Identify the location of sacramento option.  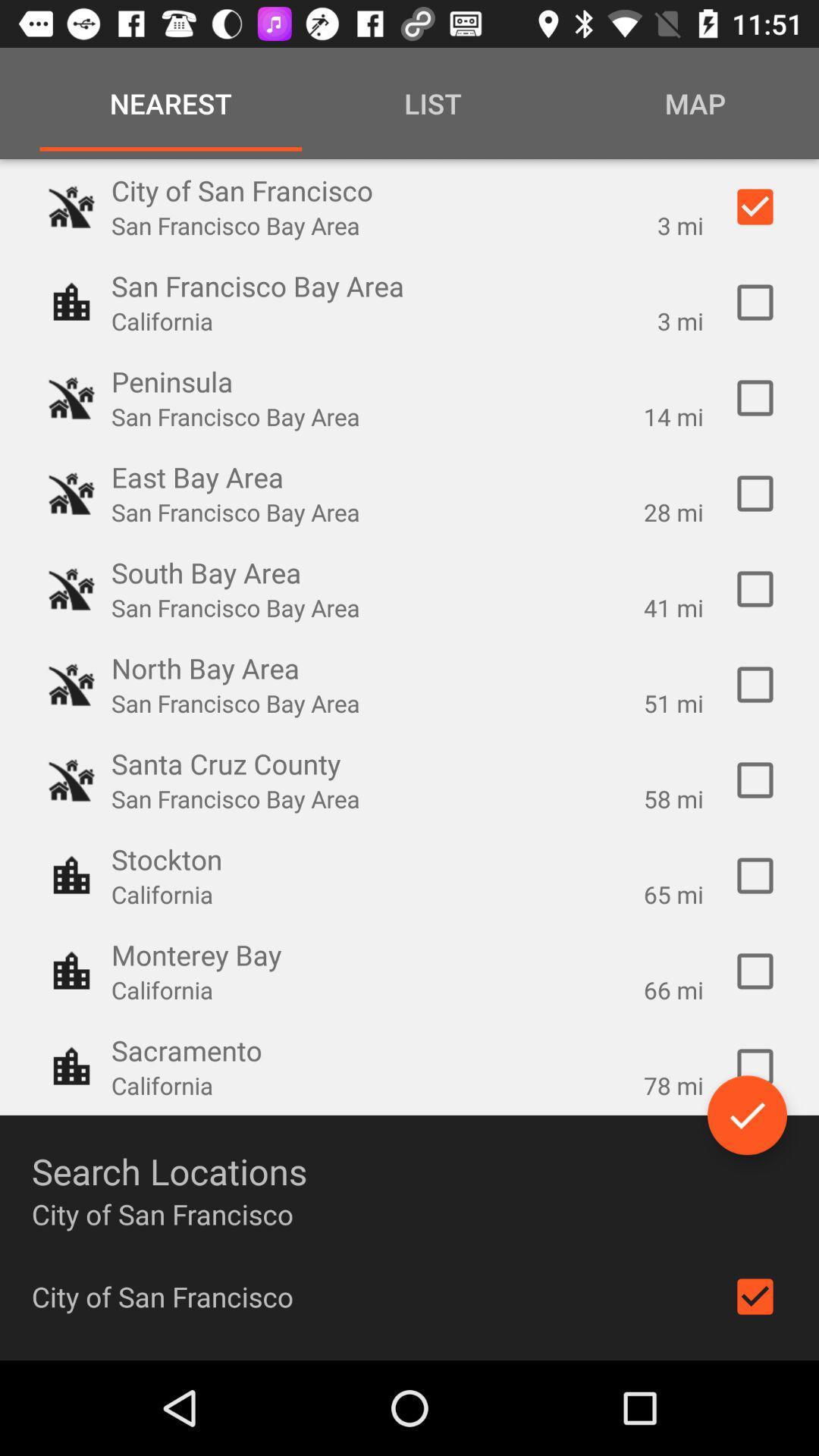
(755, 1065).